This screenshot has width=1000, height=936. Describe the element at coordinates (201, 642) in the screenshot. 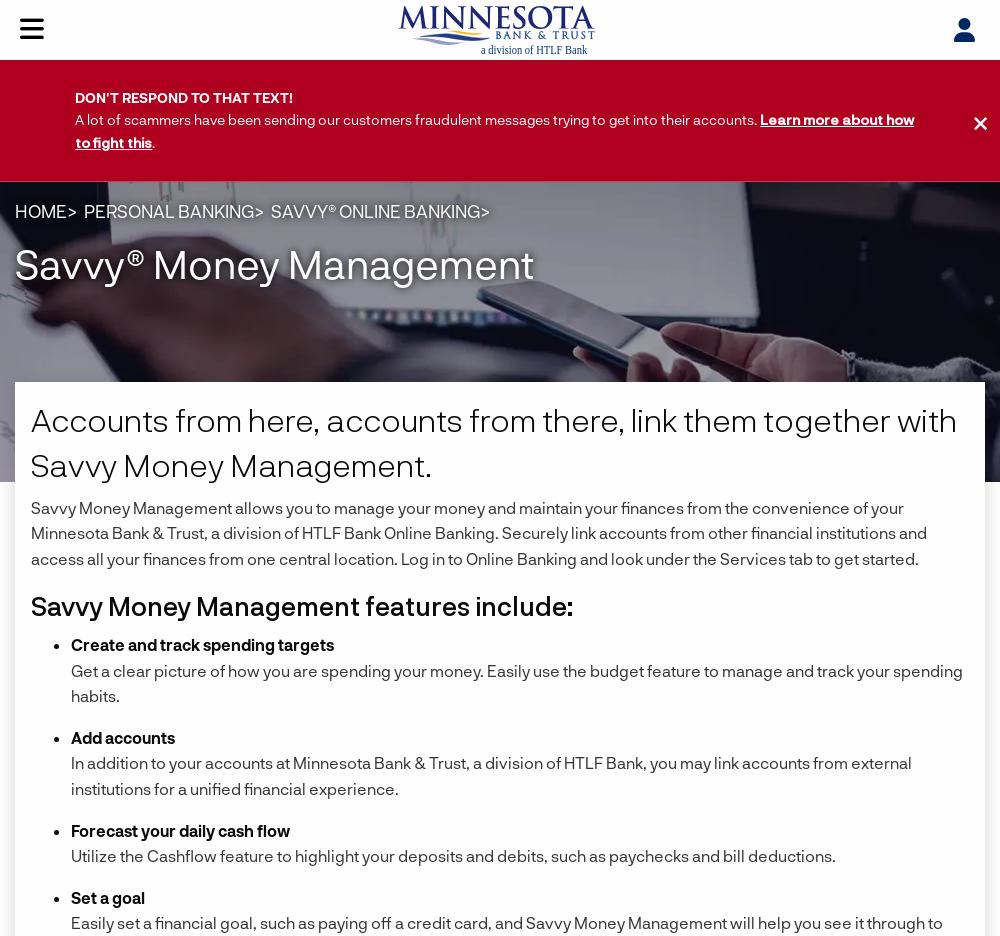

I see `'Create and track spending targets'` at that location.